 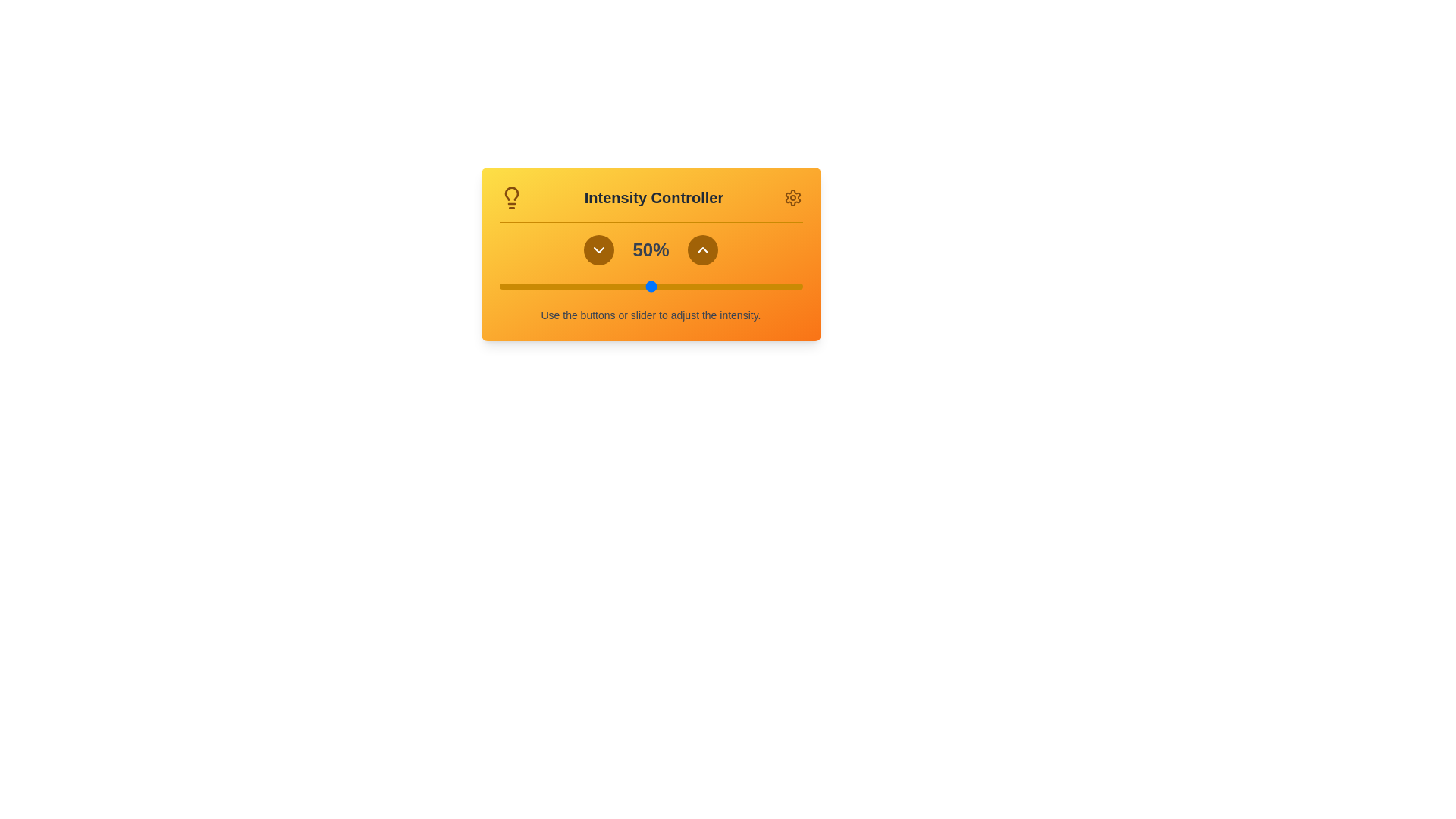 What do you see at coordinates (651, 262) in the screenshot?
I see `text '50%' displayed in a bold and large font size, centrally positioned between two circular buttons with downward and upward arrows in the 'Intensity Controller' component` at bounding box center [651, 262].